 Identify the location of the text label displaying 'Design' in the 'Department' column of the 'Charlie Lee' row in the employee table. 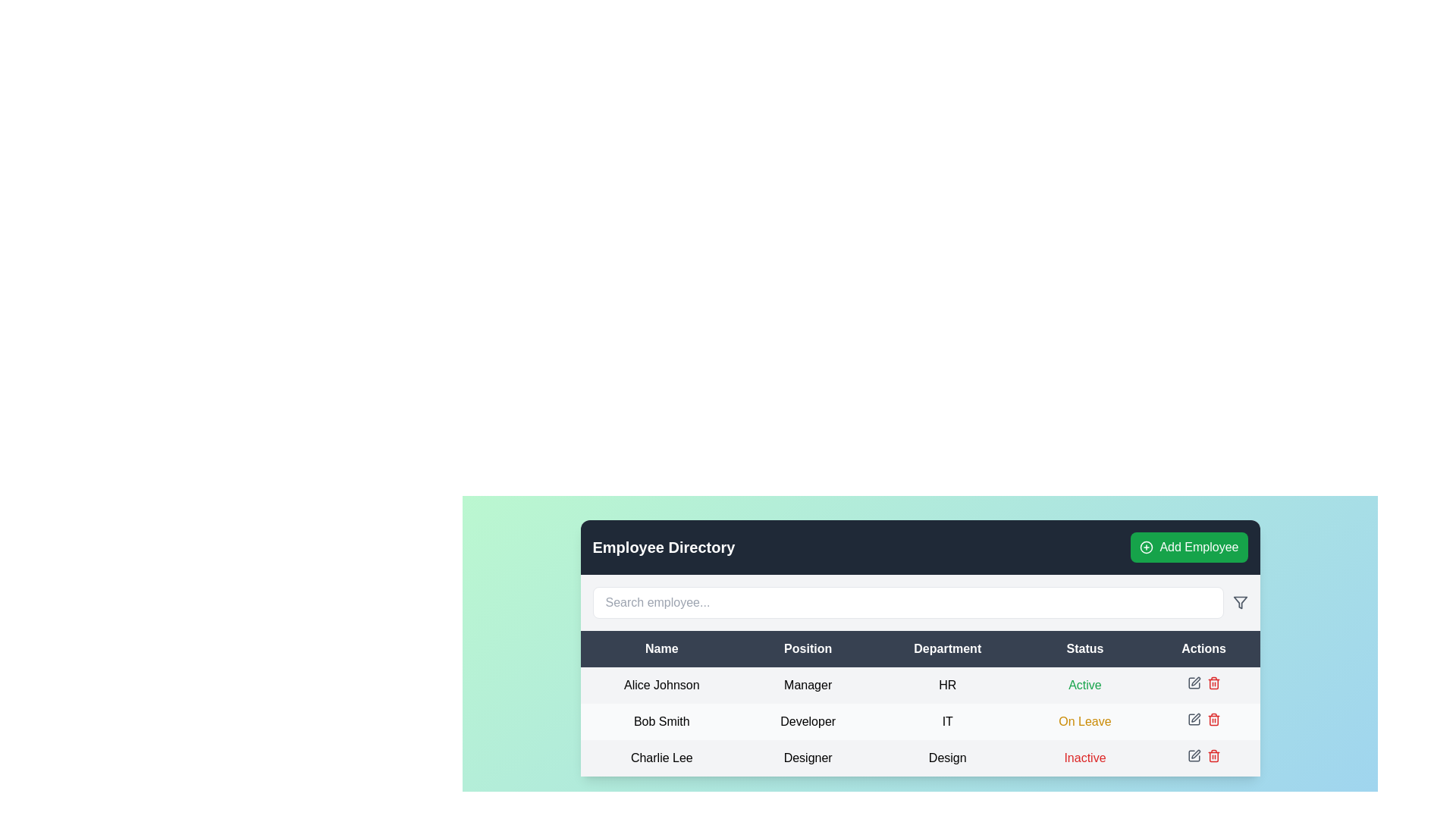
(946, 758).